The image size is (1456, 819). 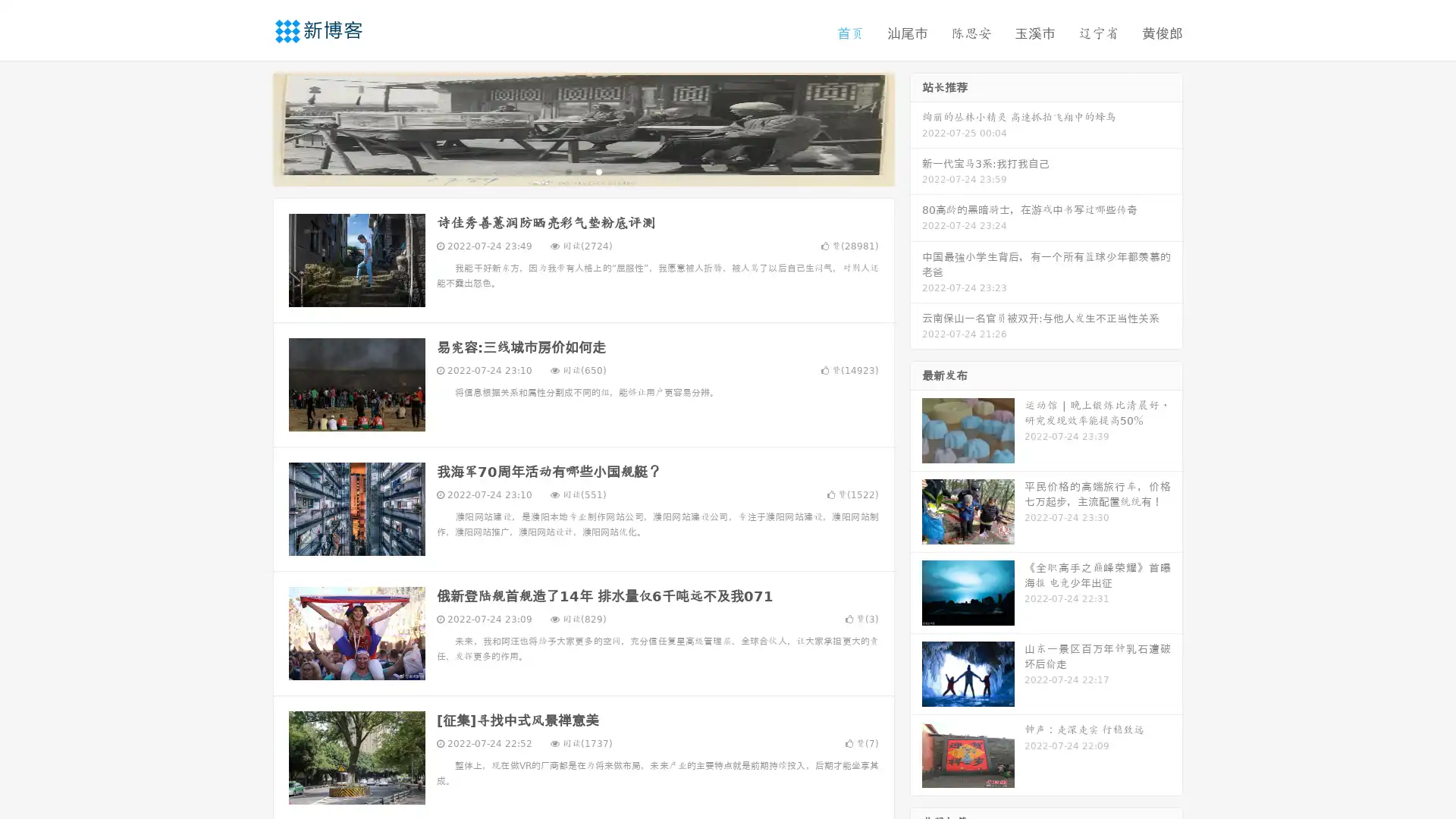 I want to click on Next slide, so click(x=916, y=127).